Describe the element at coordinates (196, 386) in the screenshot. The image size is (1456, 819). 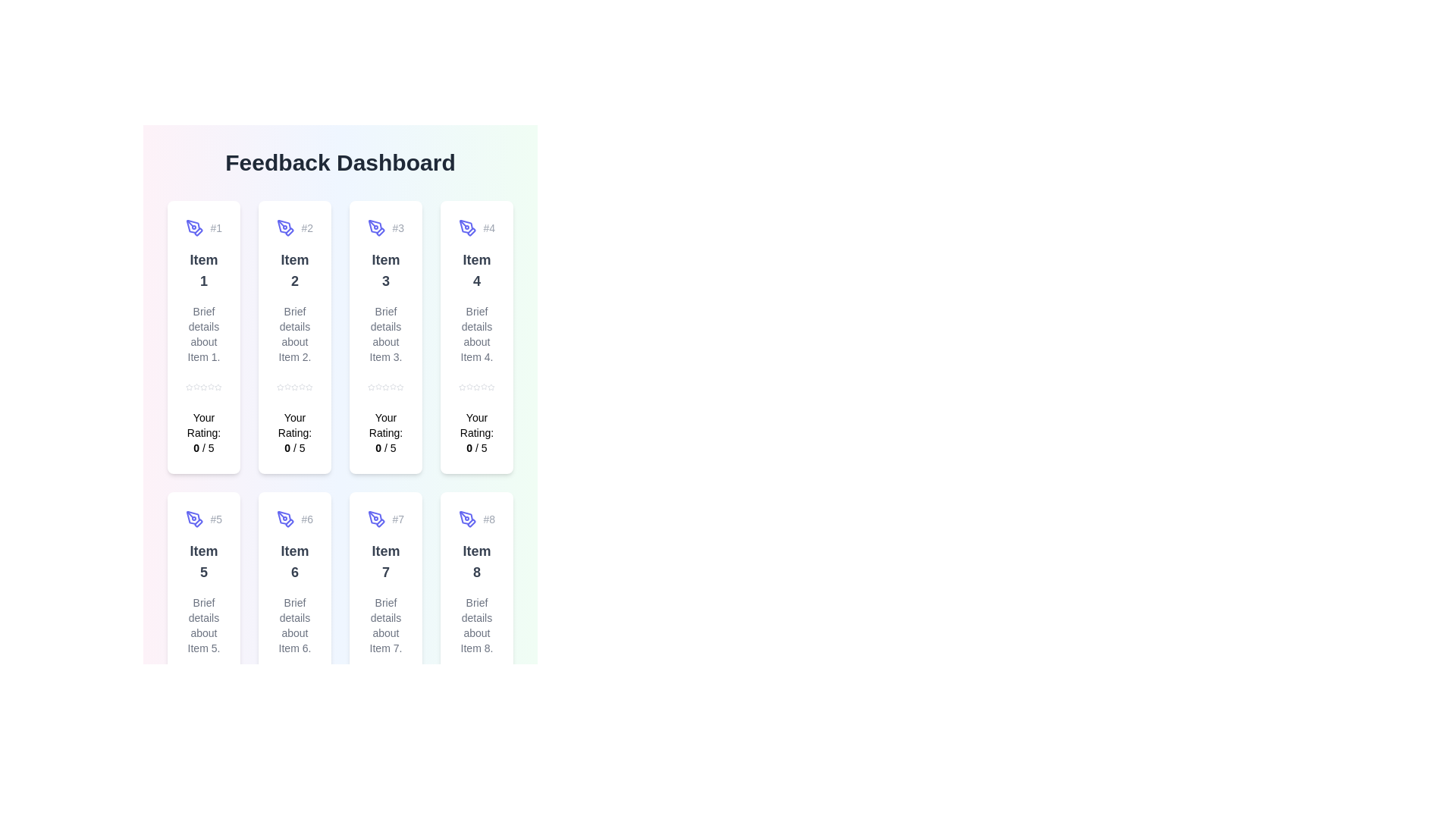
I see `the rating of an item to 2 stars by clicking on the corresponding star` at that location.